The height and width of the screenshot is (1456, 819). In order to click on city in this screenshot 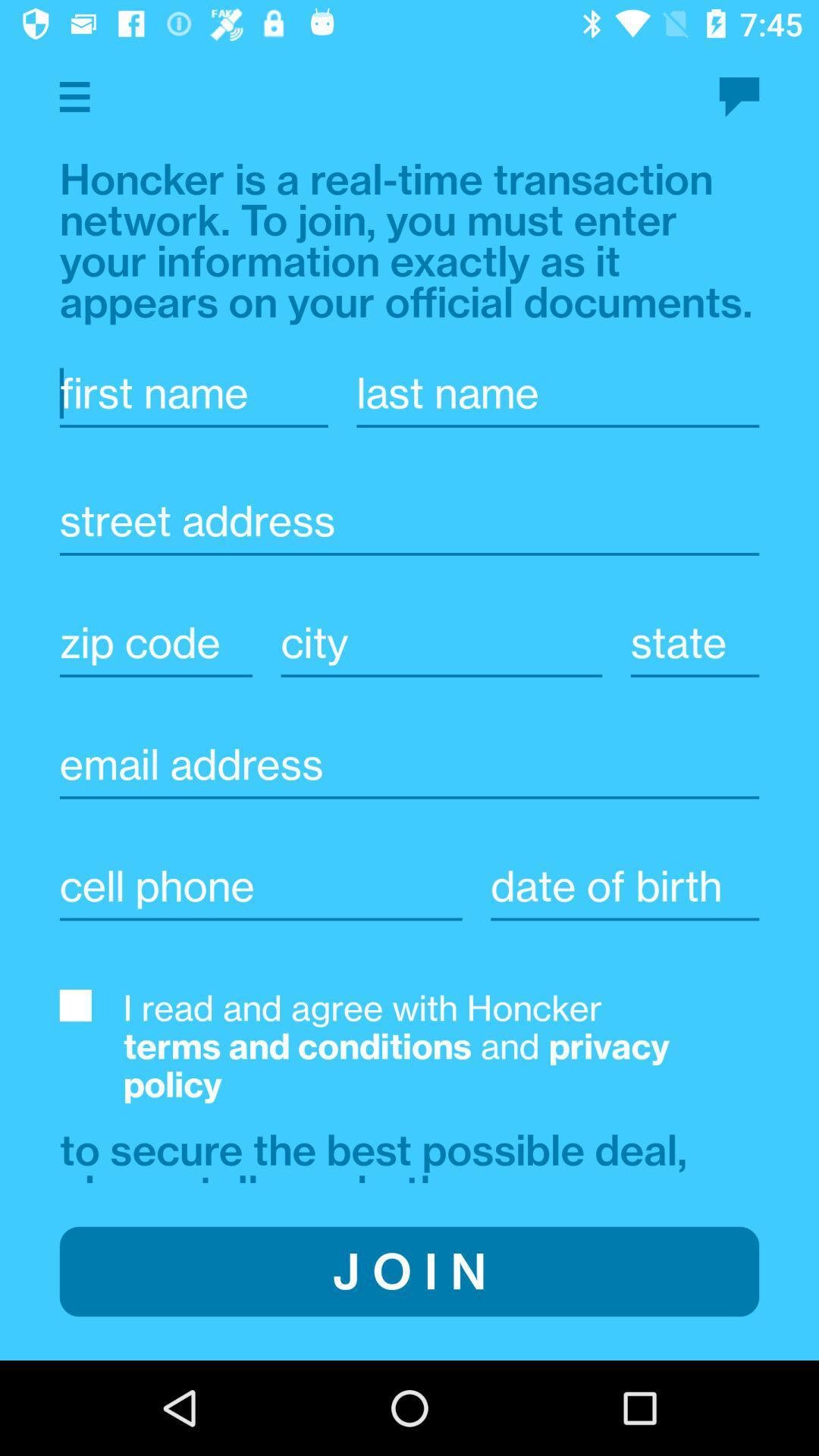, I will do `click(441, 642)`.